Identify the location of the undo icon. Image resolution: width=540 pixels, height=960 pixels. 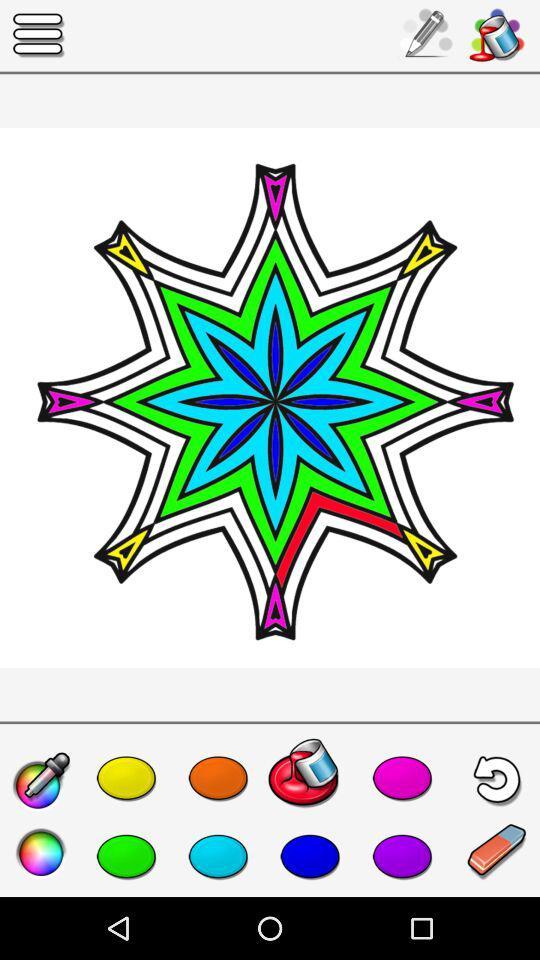
(496, 779).